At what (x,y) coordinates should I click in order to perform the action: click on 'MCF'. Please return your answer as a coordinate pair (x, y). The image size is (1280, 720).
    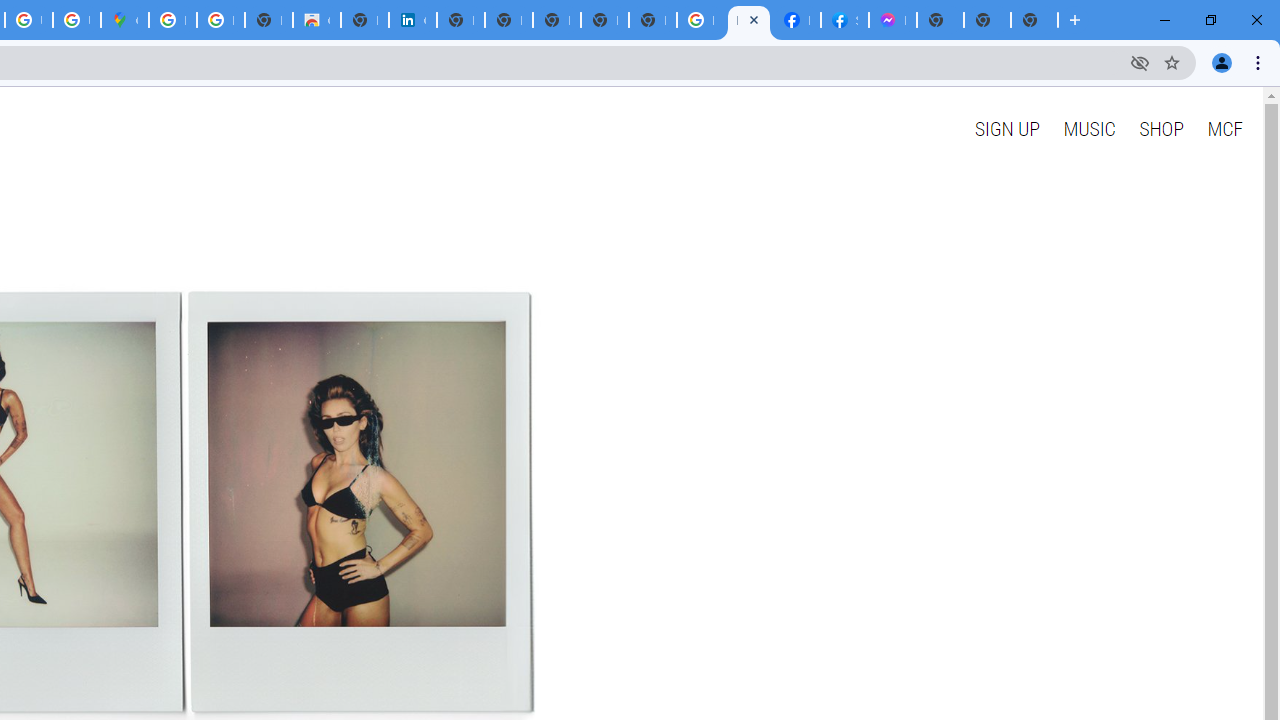
    Looking at the image, I should click on (1223, 128).